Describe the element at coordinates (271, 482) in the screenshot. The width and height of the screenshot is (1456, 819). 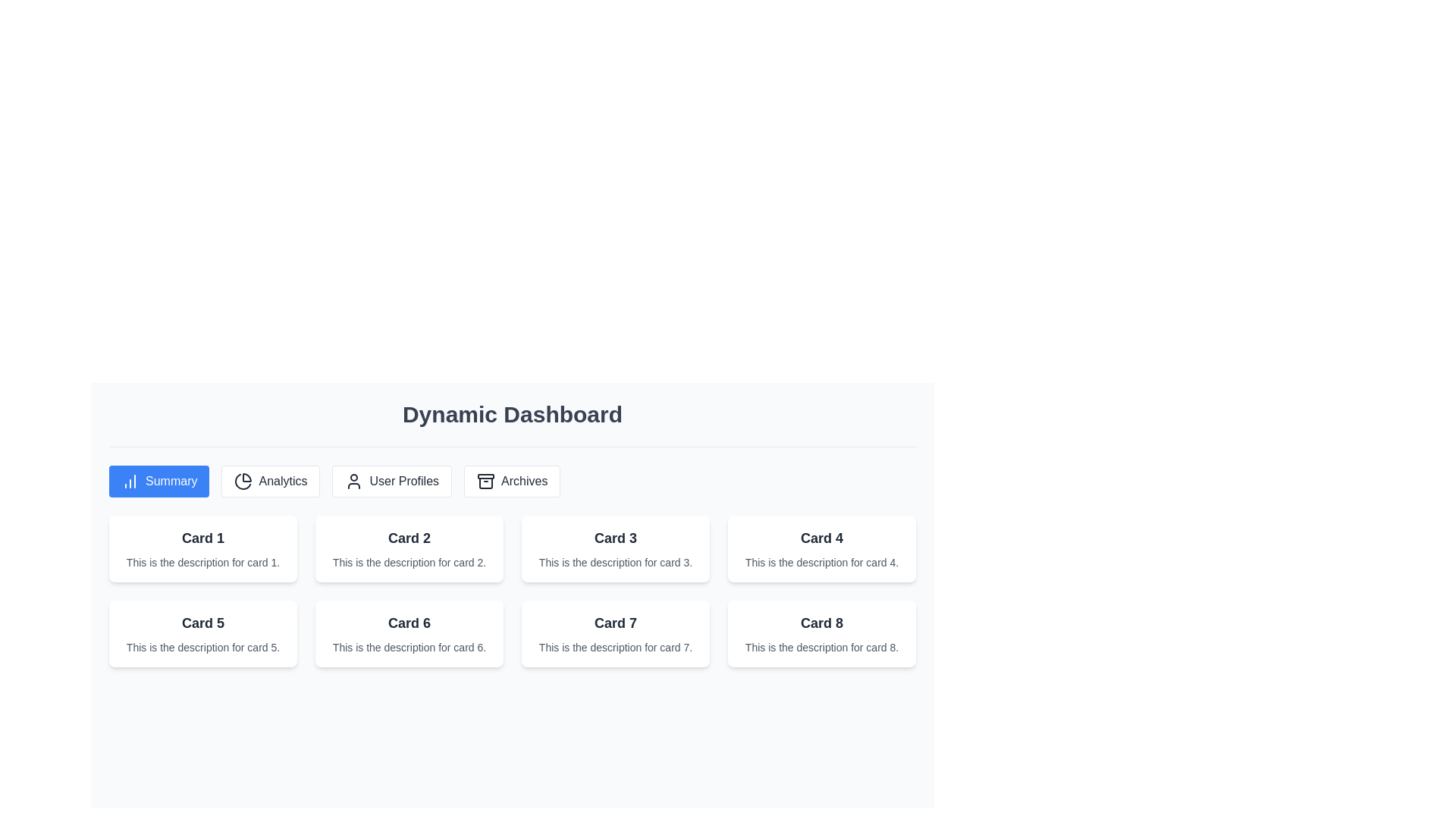
I see `the 'Analytics' button, which is a rectangular button with rounded corners, a white background, a gray border, and contains an icon resembling a pie chart followed by the text 'Analytics'` at that location.